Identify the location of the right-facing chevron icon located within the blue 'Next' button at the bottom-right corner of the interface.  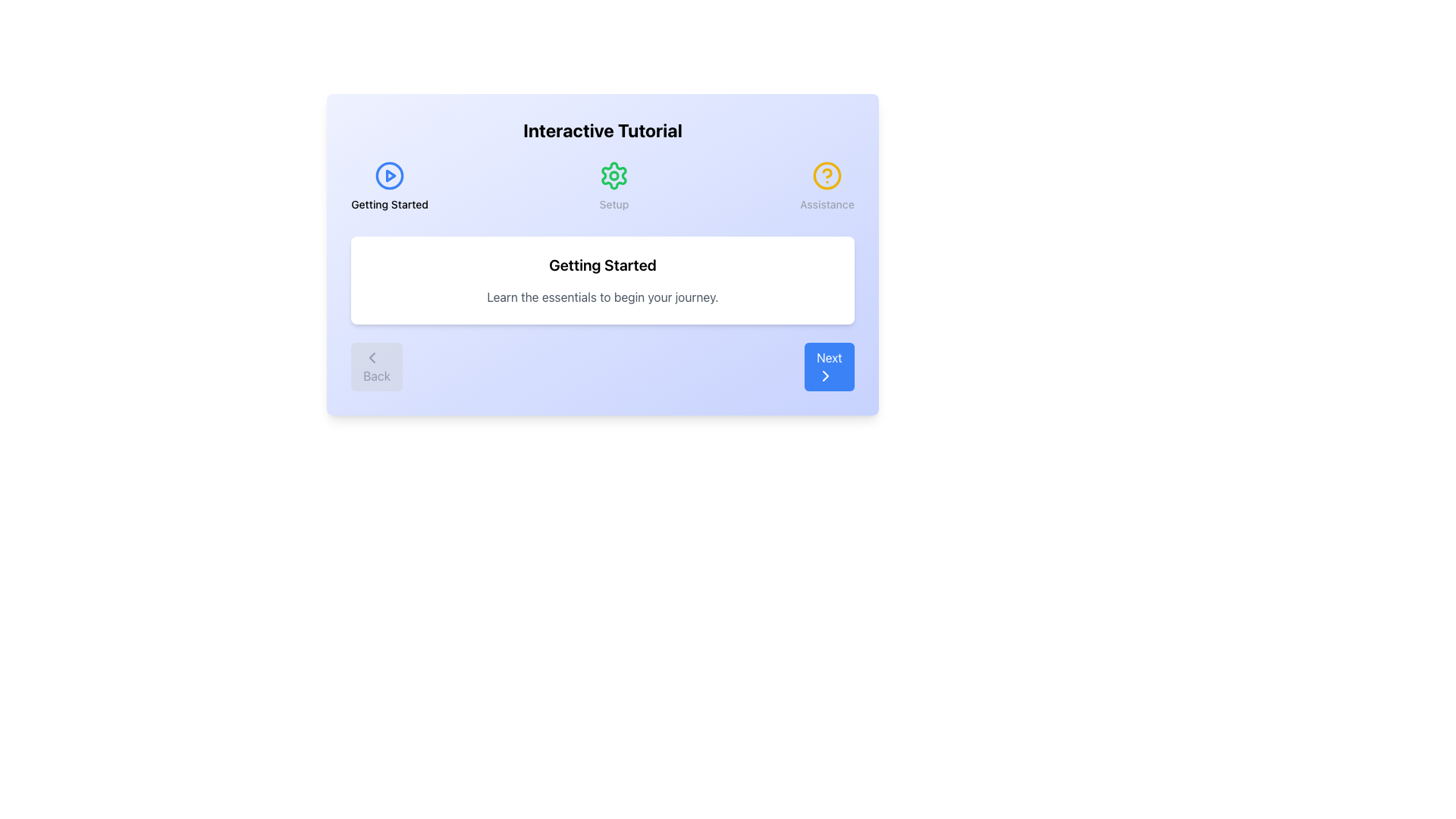
(825, 375).